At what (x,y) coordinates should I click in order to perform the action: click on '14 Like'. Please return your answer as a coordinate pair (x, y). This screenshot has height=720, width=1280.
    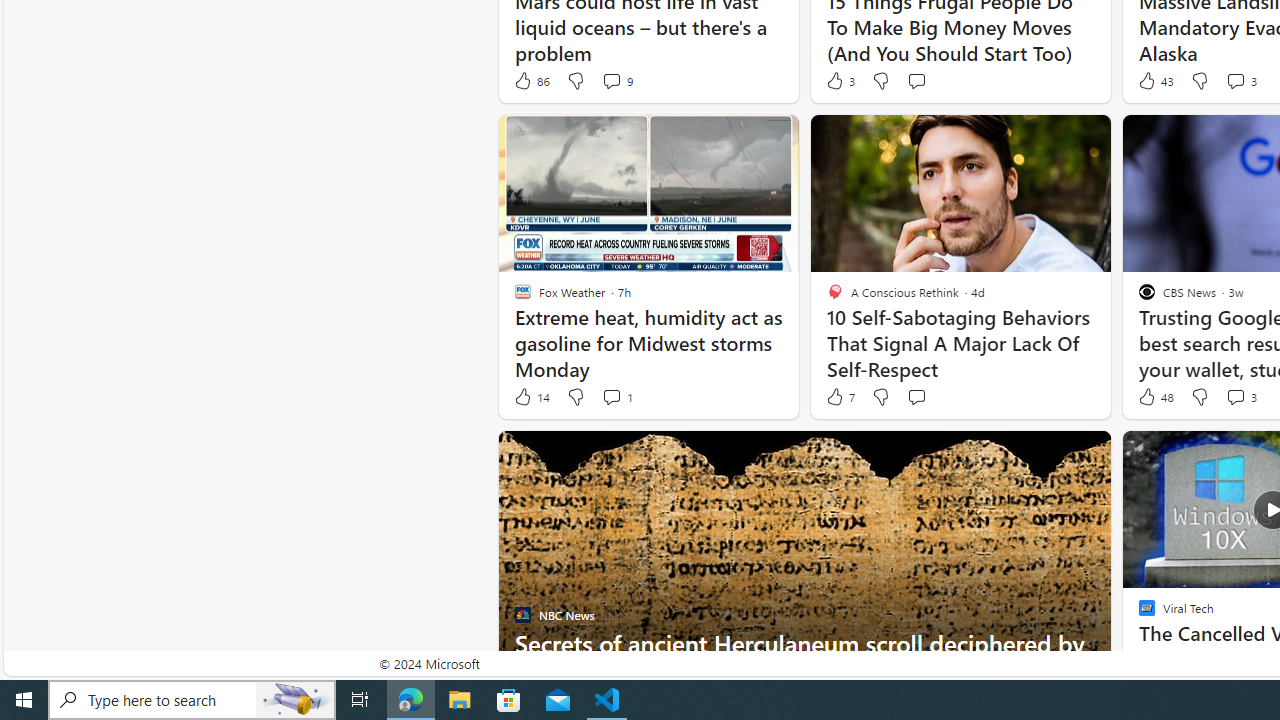
    Looking at the image, I should click on (531, 397).